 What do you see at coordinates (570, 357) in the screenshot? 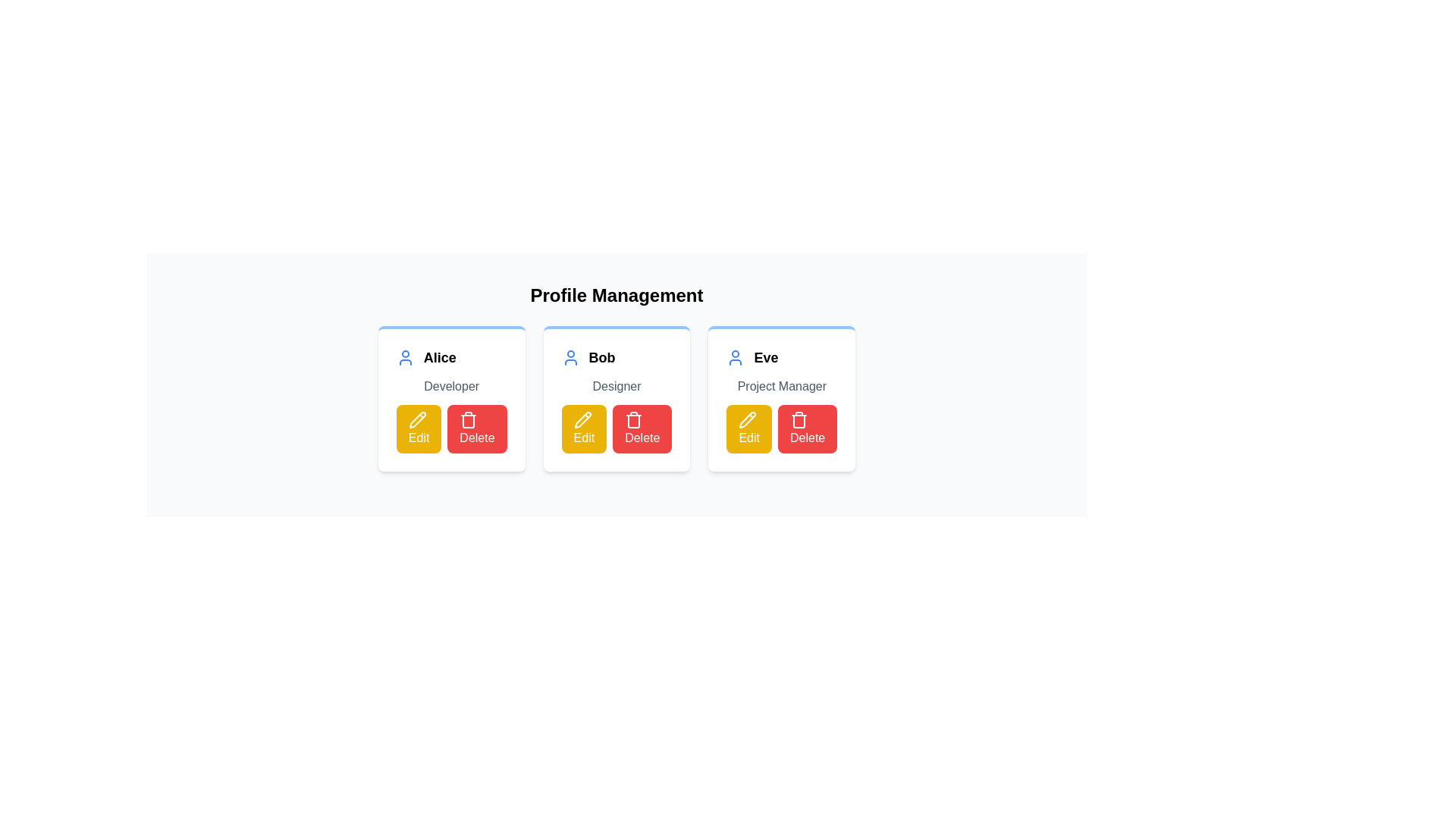
I see `the user profile SVG icon located in the second card of the profile management section, positioned directly to the left of the text 'Bob' and above the role description 'Designer'` at bounding box center [570, 357].